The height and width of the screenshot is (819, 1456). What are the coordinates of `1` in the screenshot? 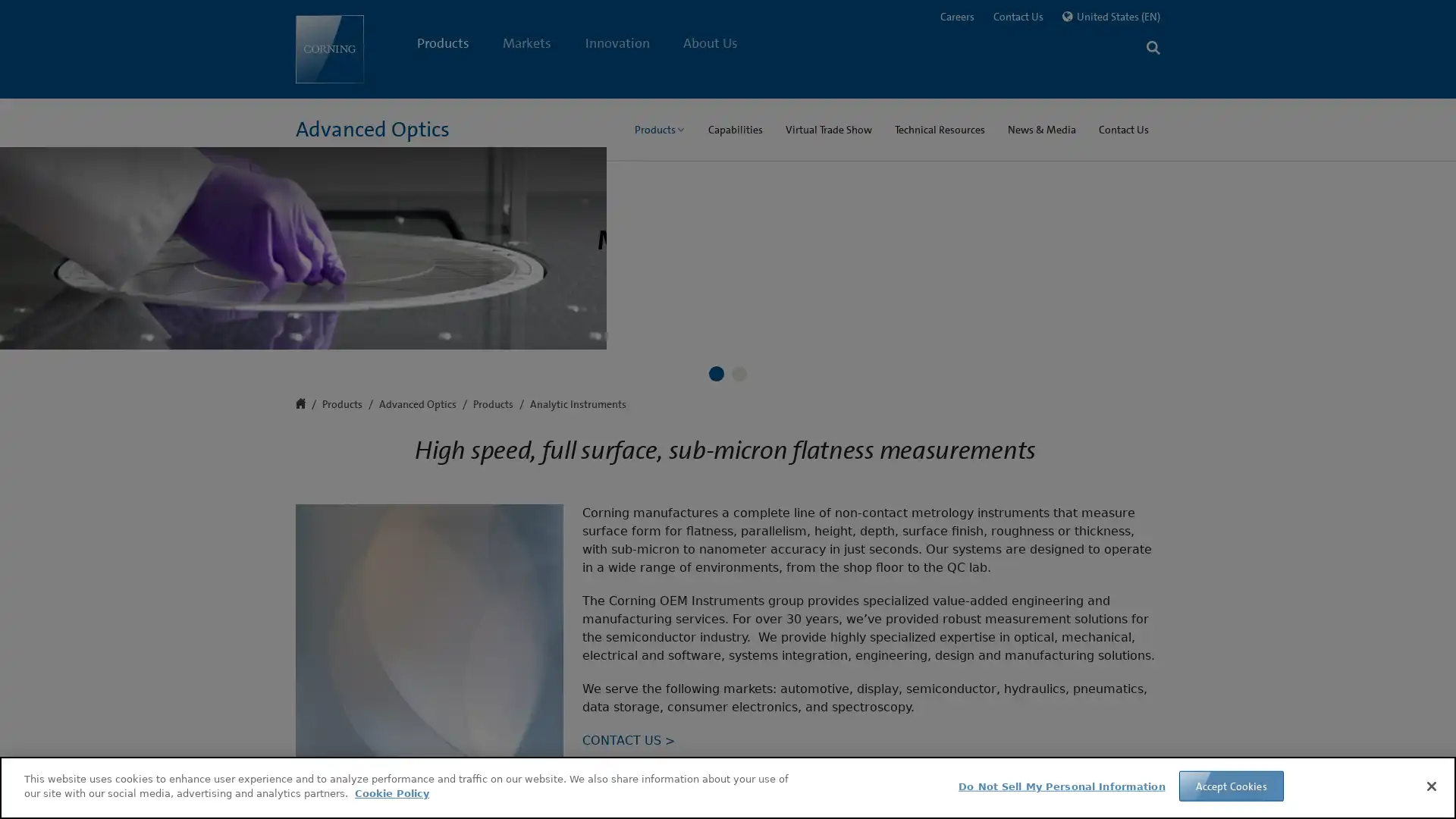 It's located at (716, 668).